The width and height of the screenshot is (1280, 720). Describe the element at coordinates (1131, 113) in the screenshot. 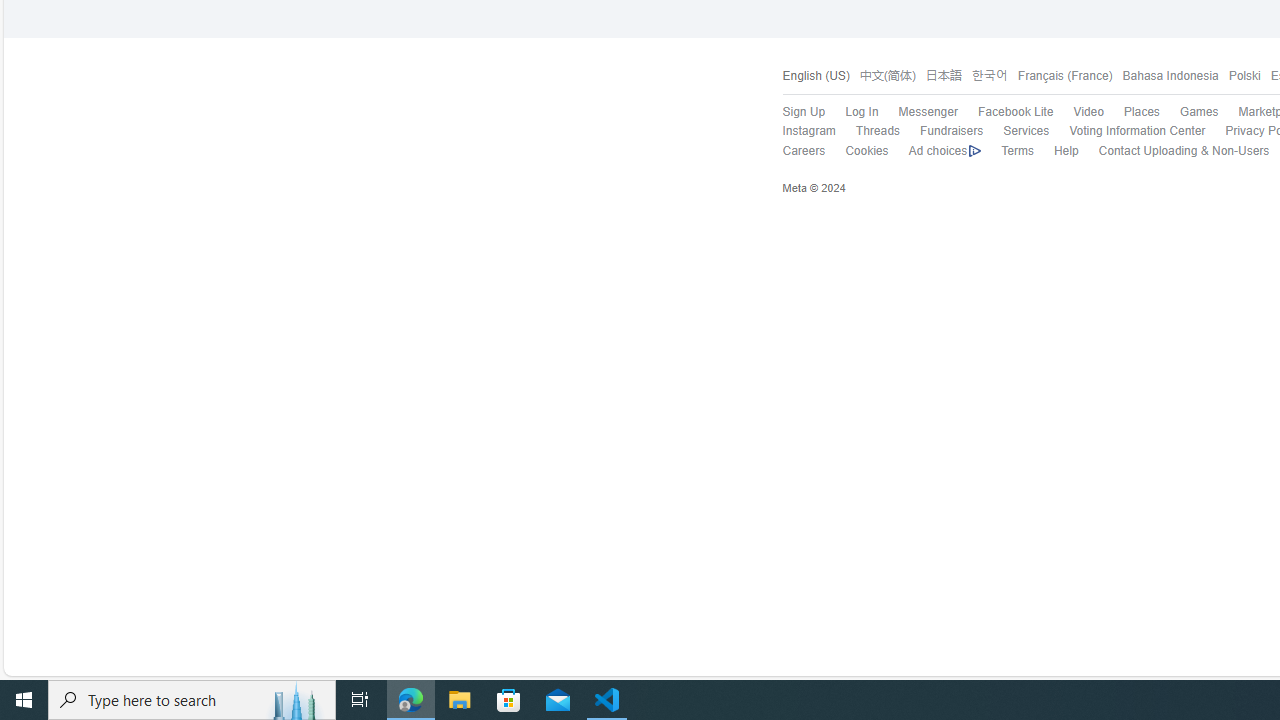

I see `'Places'` at that location.